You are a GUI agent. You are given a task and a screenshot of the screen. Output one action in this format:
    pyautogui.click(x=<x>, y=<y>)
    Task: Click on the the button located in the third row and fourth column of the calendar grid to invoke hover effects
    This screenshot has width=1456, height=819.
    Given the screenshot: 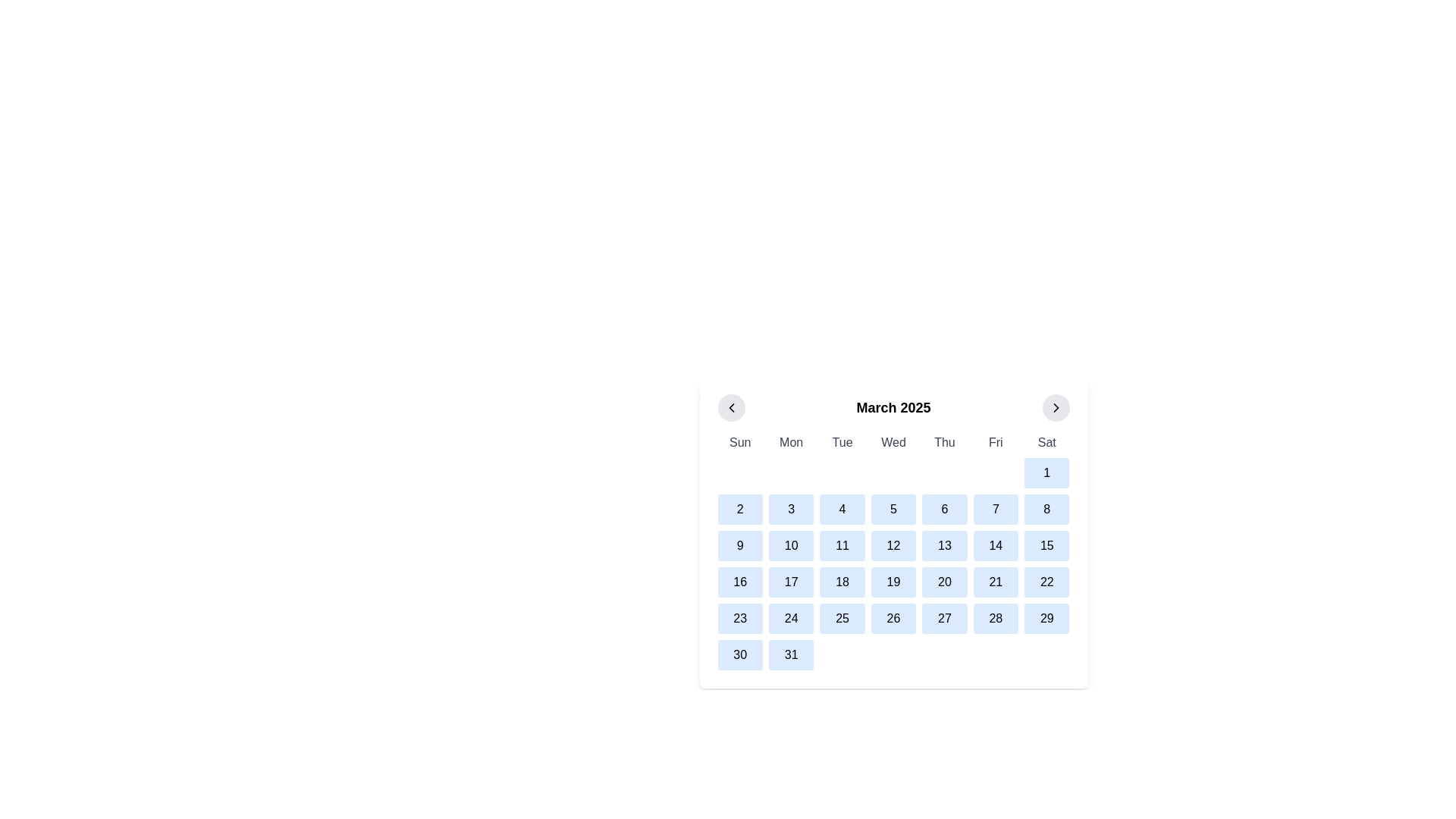 What is the action you would take?
    pyautogui.click(x=893, y=546)
    